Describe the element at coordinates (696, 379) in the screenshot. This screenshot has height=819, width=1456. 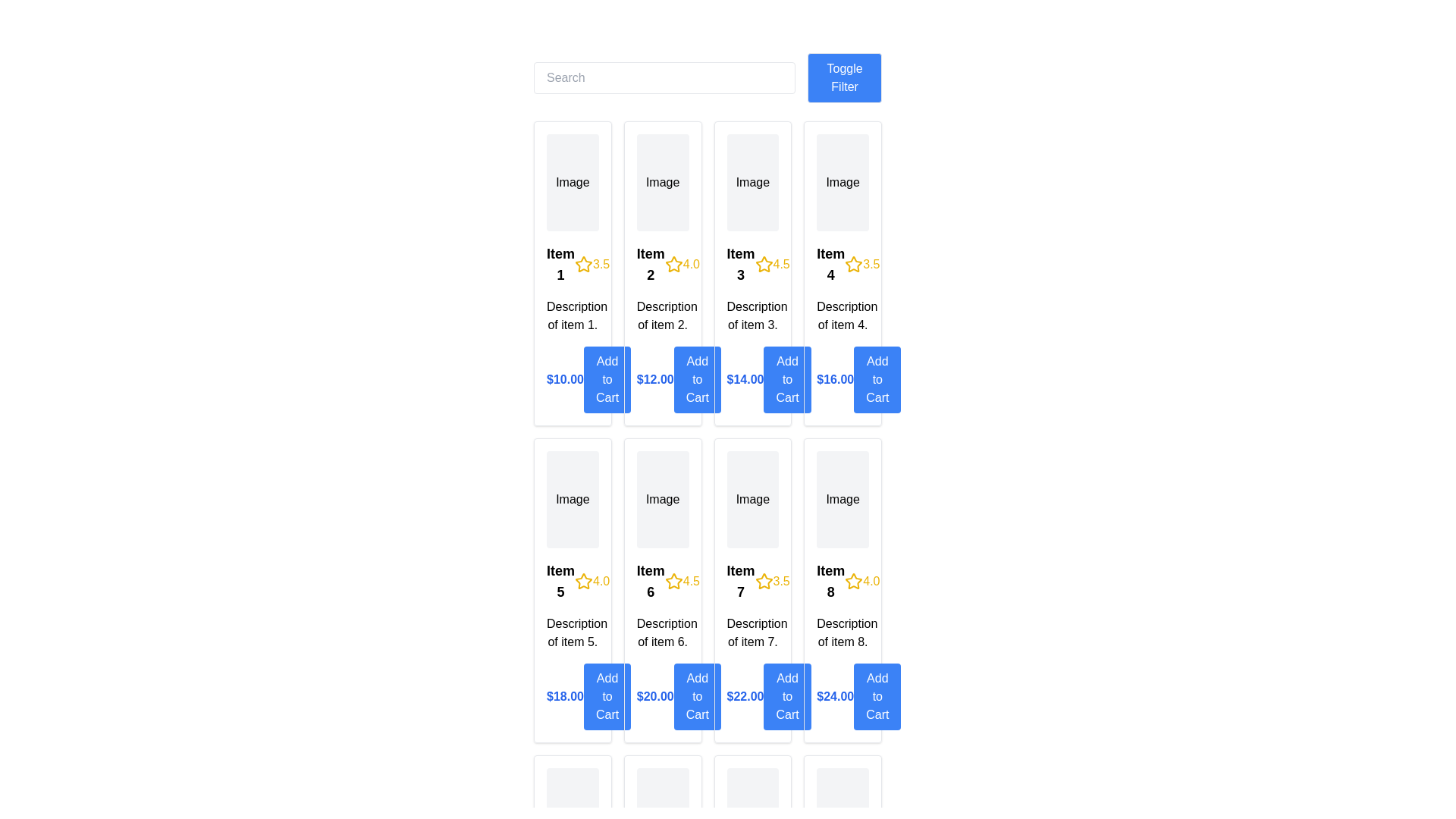
I see `the 'Add to Cart' button located in the second item card, positioned to the right of the price label ('$12.00')` at that location.